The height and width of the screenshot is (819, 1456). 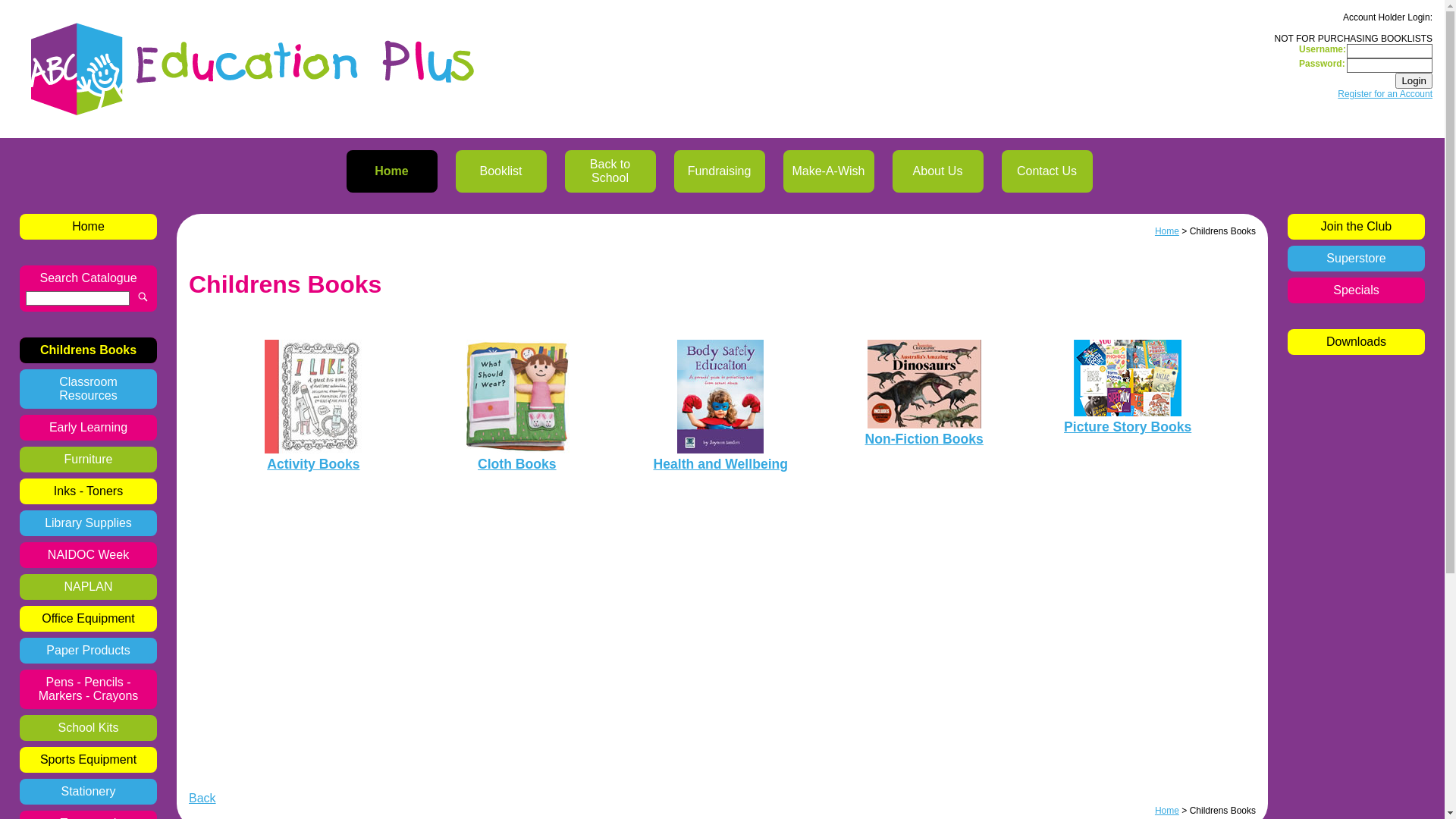 What do you see at coordinates (1356, 342) in the screenshot?
I see `'Downloads'` at bounding box center [1356, 342].